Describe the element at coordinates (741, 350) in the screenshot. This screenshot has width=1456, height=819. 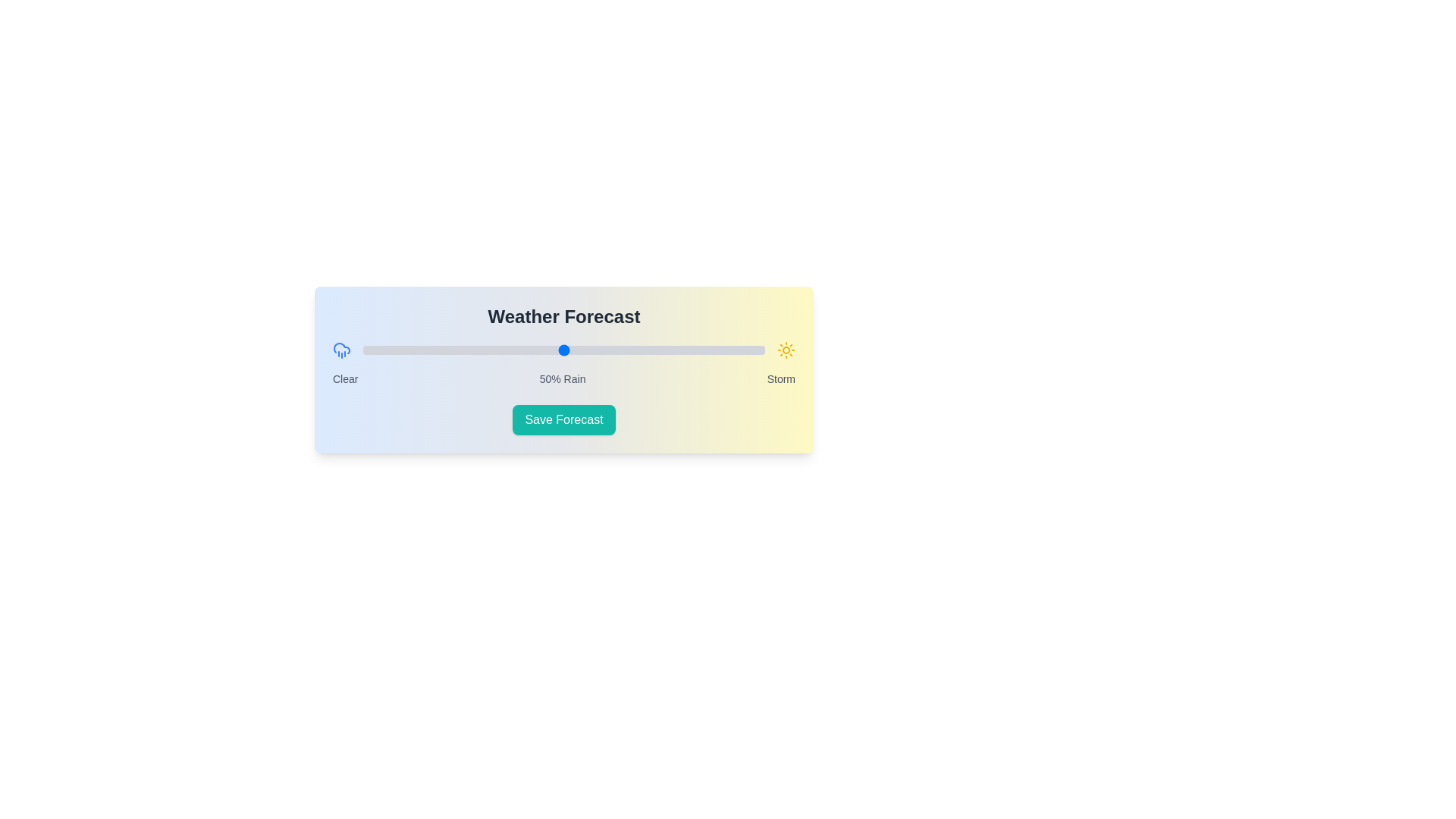
I see `the slider to set the rain probability to 94%` at that location.